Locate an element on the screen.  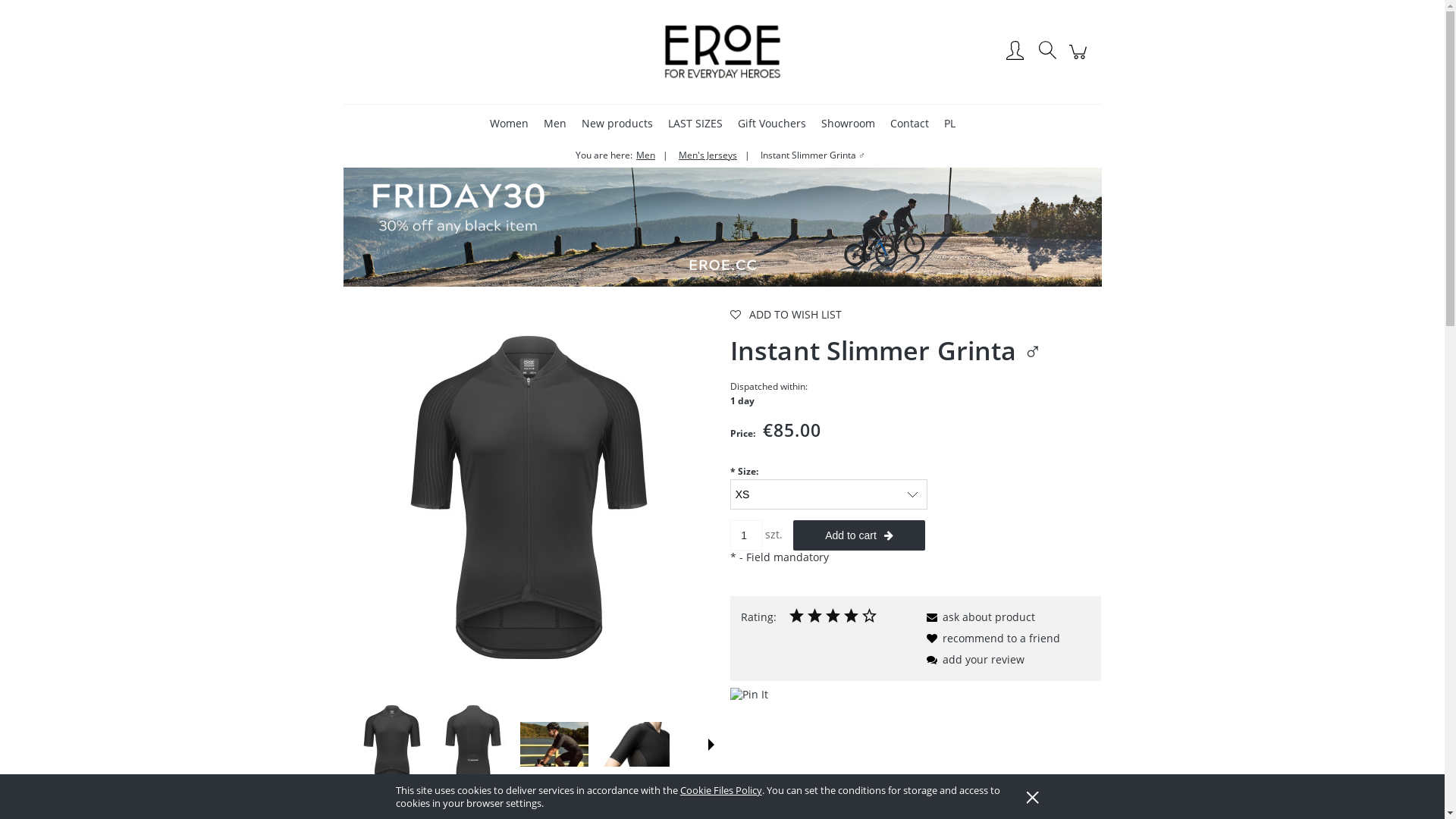
'ask about product' is located at coordinates (920, 617).